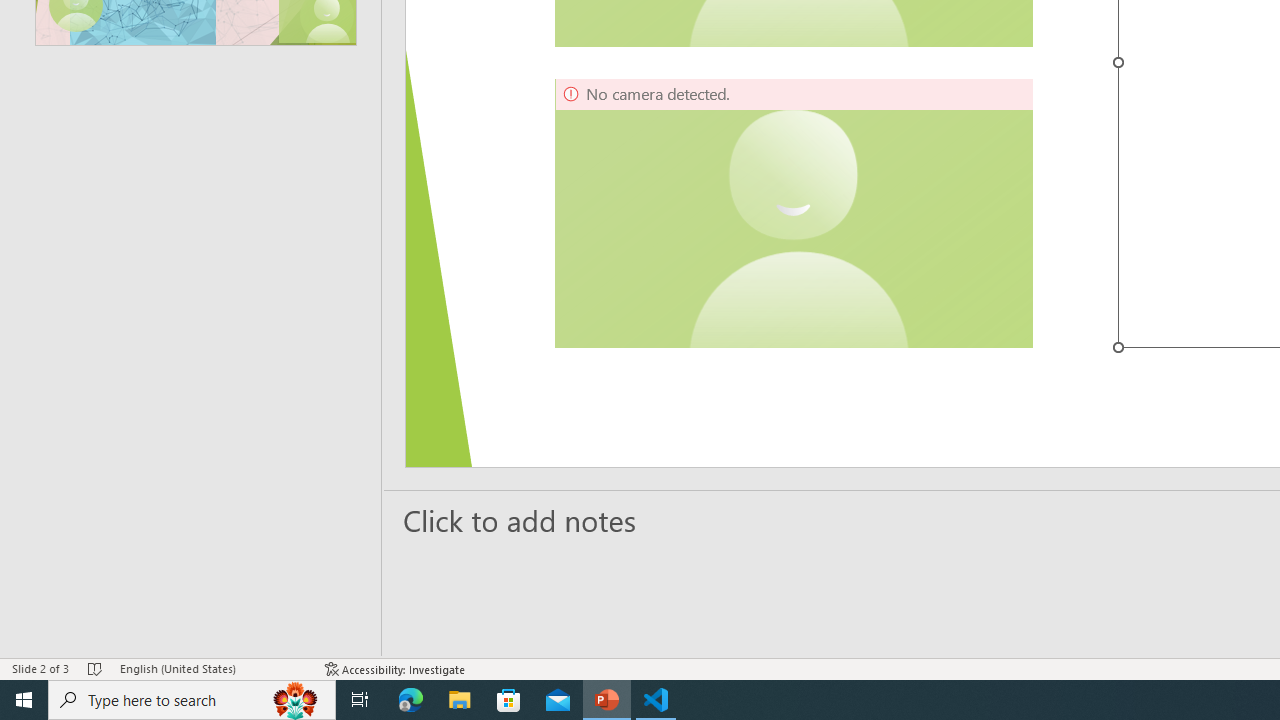 The width and height of the screenshot is (1280, 720). Describe the element at coordinates (793, 213) in the screenshot. I see `'Camera 5, No camera detected.'` at that location.